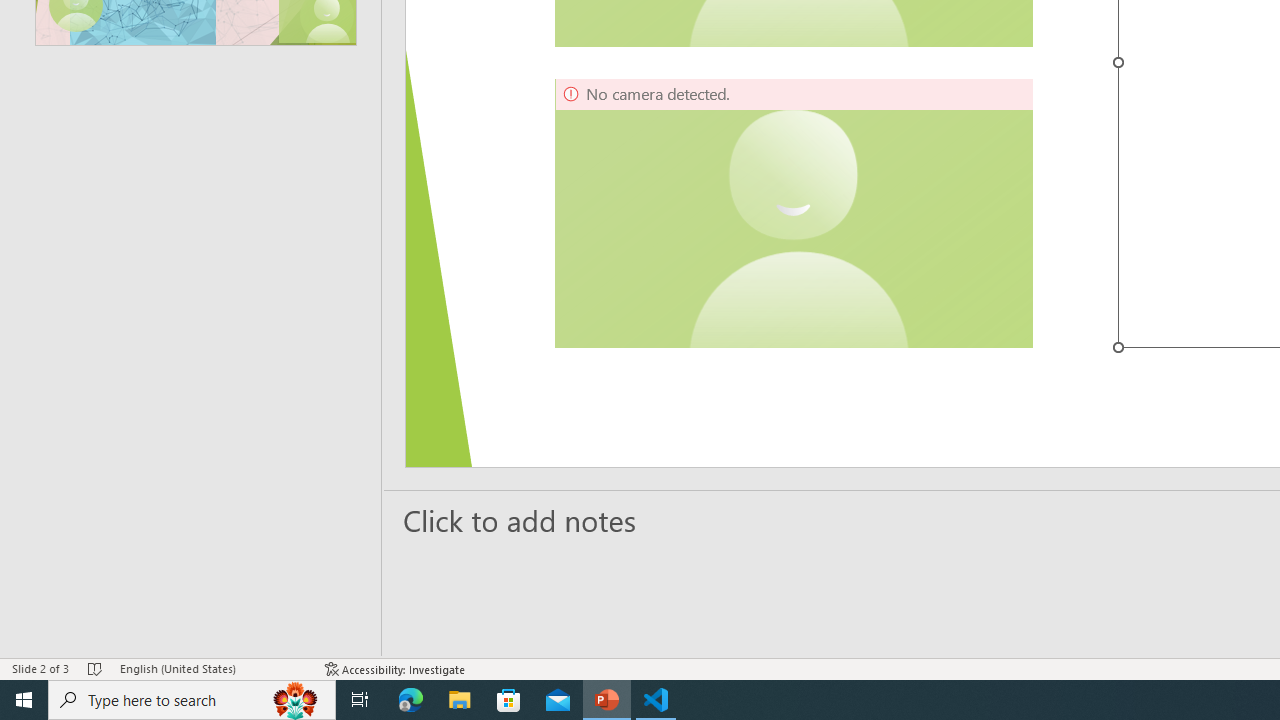 The width and height of the screenshot is (1280, 720). Describe the element at coordinates (793, 213) in the screenshot. I see `'Camera 5, No camera detected.'` at that location.